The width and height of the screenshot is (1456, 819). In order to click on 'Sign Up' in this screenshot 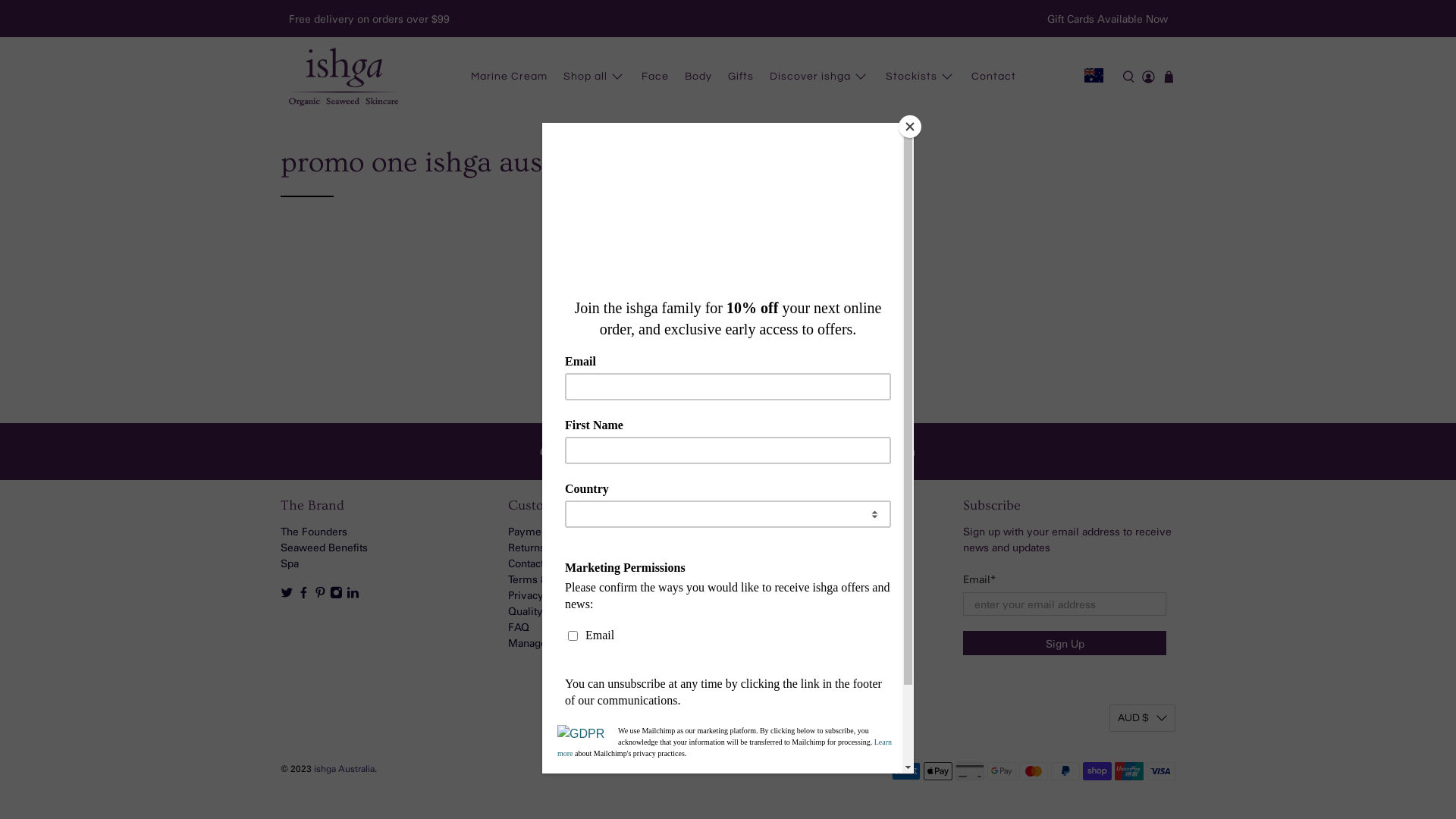, I will do `click(1063, 643)`.